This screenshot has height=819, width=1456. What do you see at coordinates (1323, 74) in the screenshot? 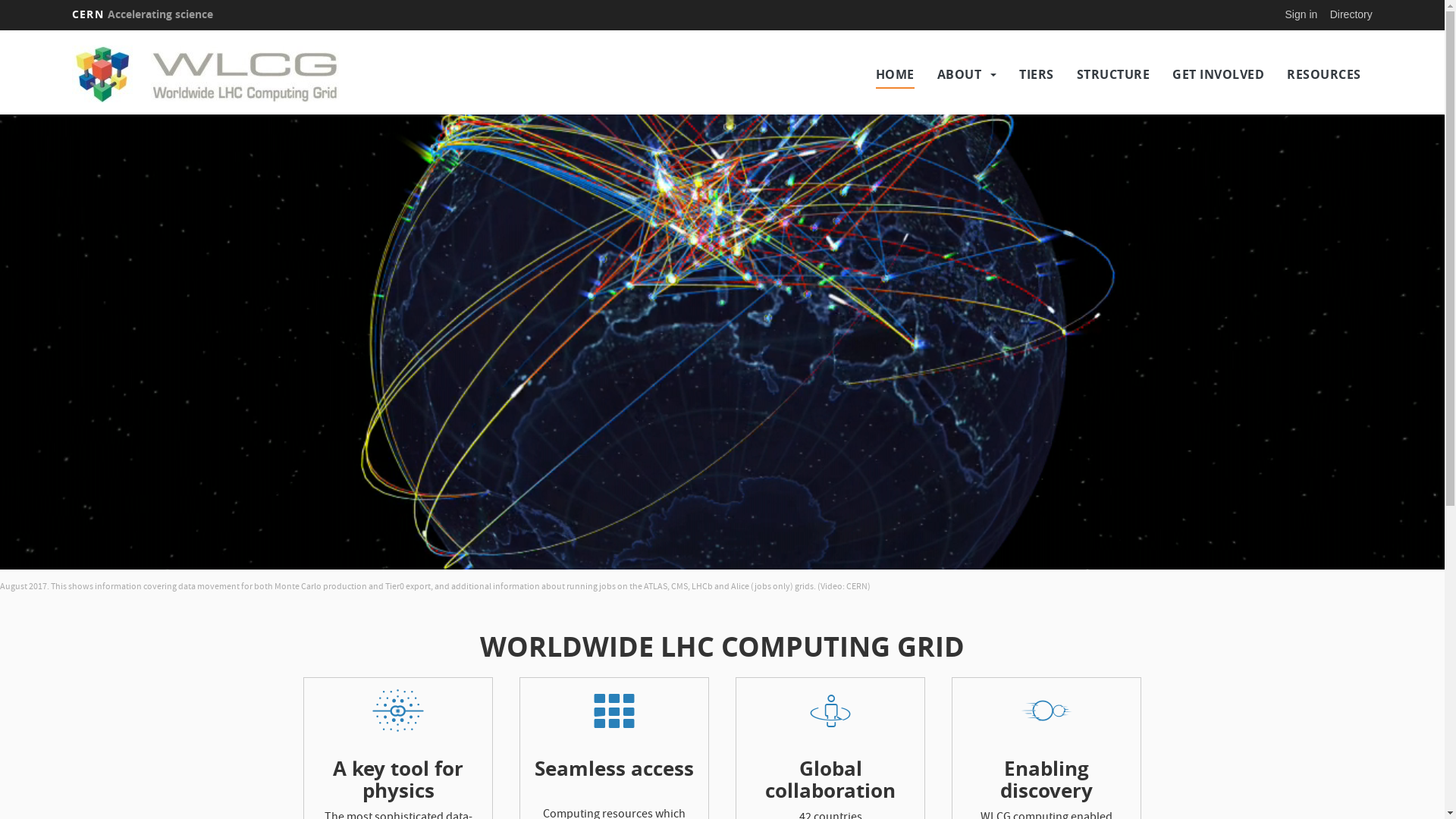
I see `'RESOURCES'` at bounding box center [1323, 74].